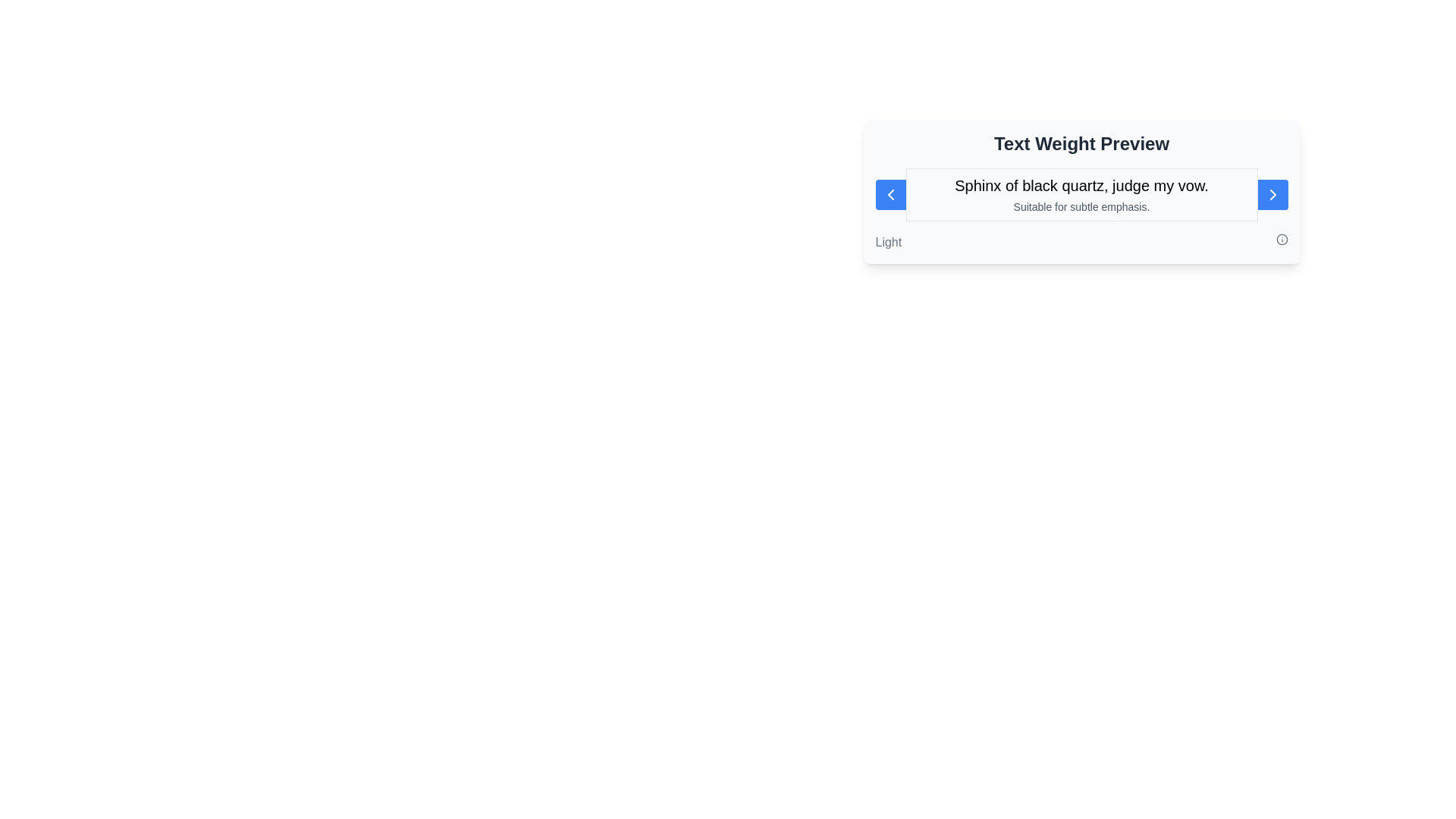 This screenshot has height=819, width=1456. I want to click on the rightward-pointing chevron arrow icon embedded inside the rectangular button located at the far right of the content section, so click(1272, 194).